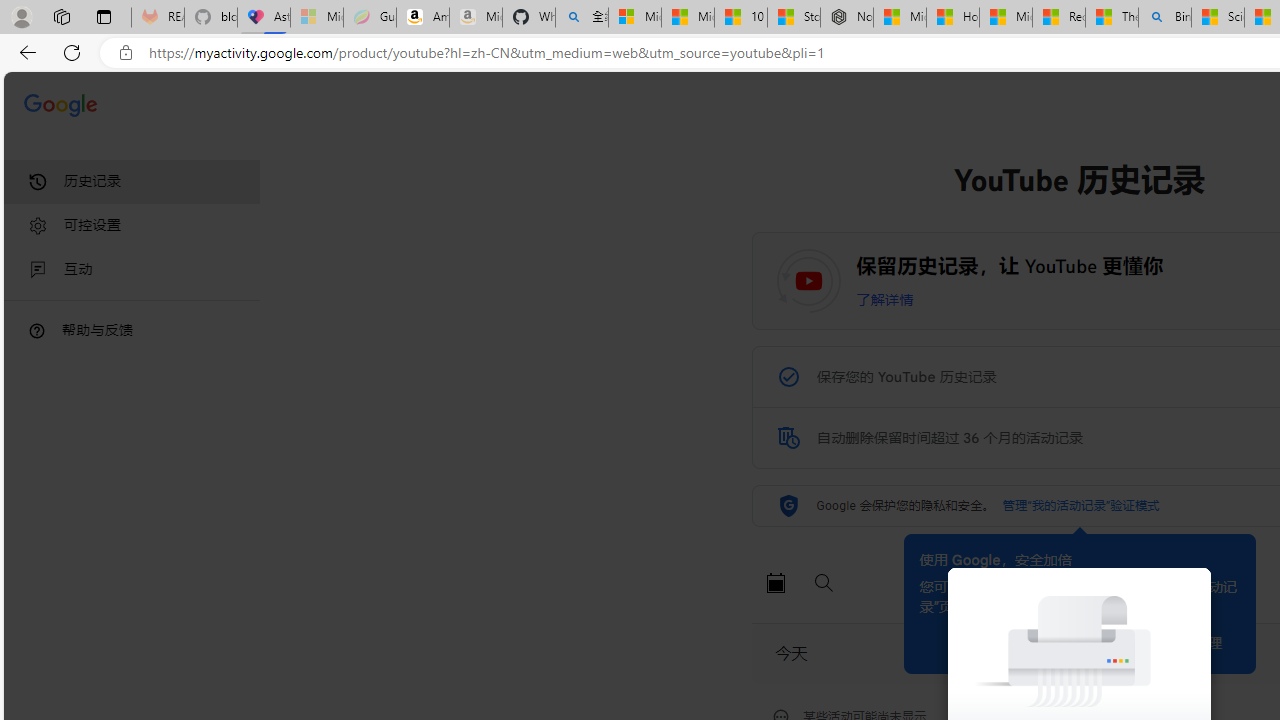 This screenshot has width=1280, height=720. What do you see at coordinates (1058, 17) in the screenshot?
I see `'Recipes - MSN'` at bounding box center [1058, 17].